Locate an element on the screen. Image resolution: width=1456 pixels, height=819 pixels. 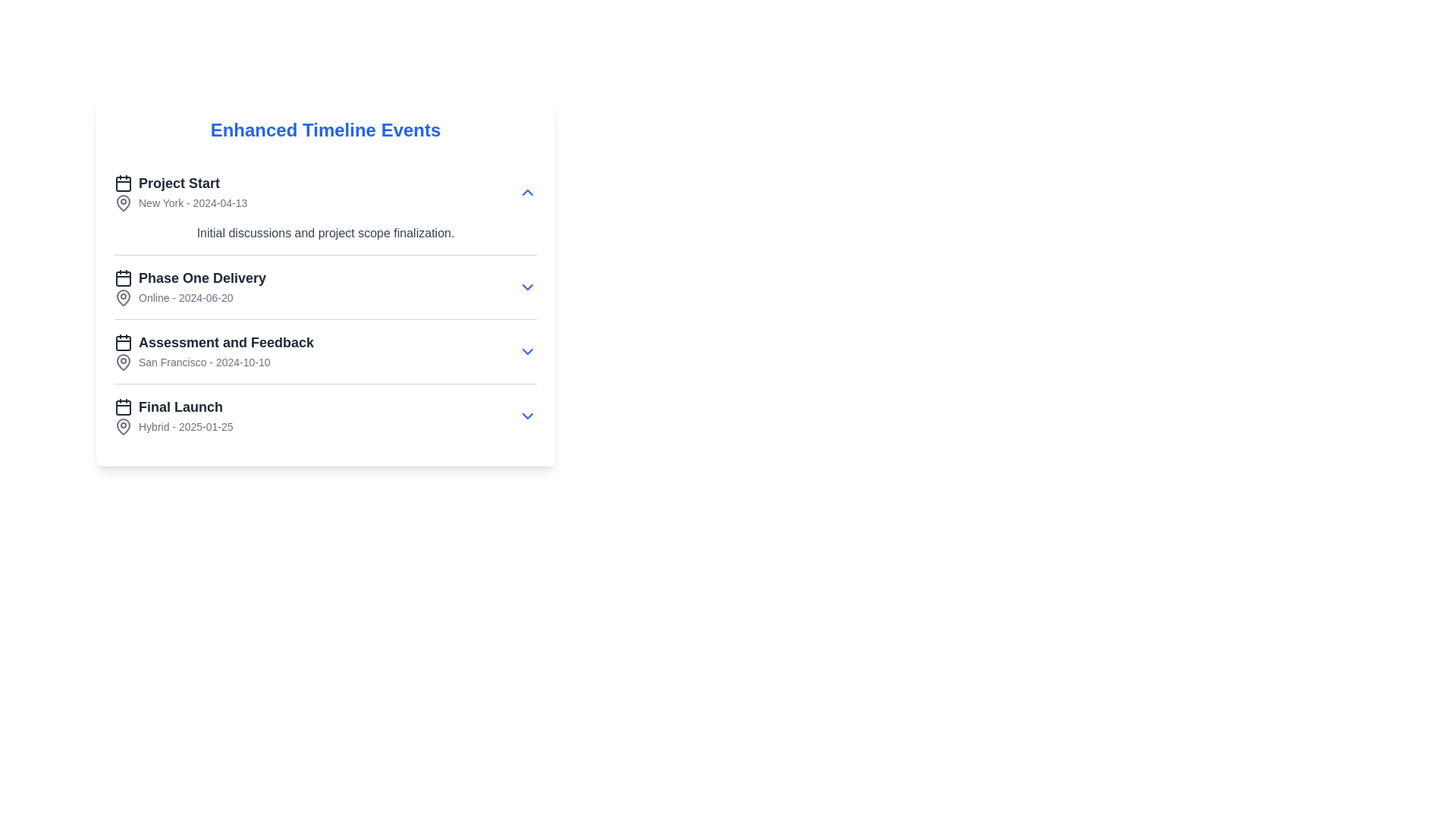
the timeline event element representing 'Phase One Delivery', which is the second item in a vertical list of four timeline events is located at coordinates (190, 287).